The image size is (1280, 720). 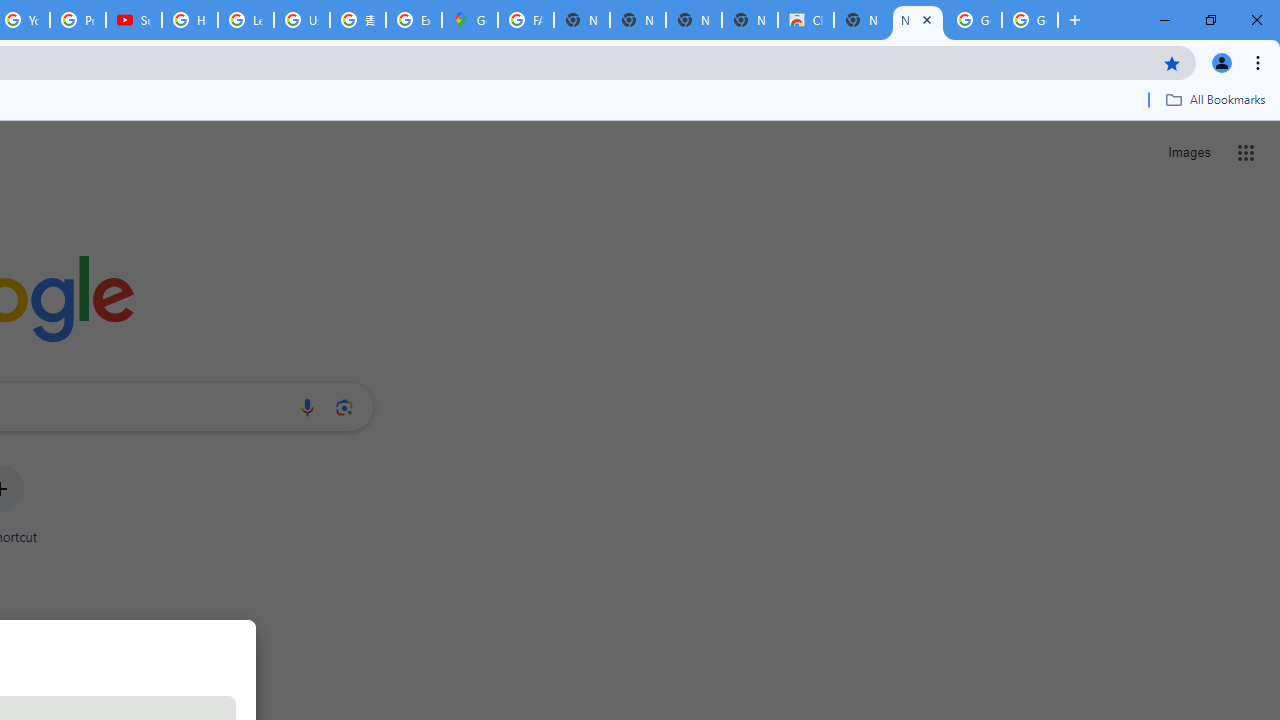 I want to click on 'How Chrome protects your passwords - Google Chrome Help', so click(x=190, y=20).